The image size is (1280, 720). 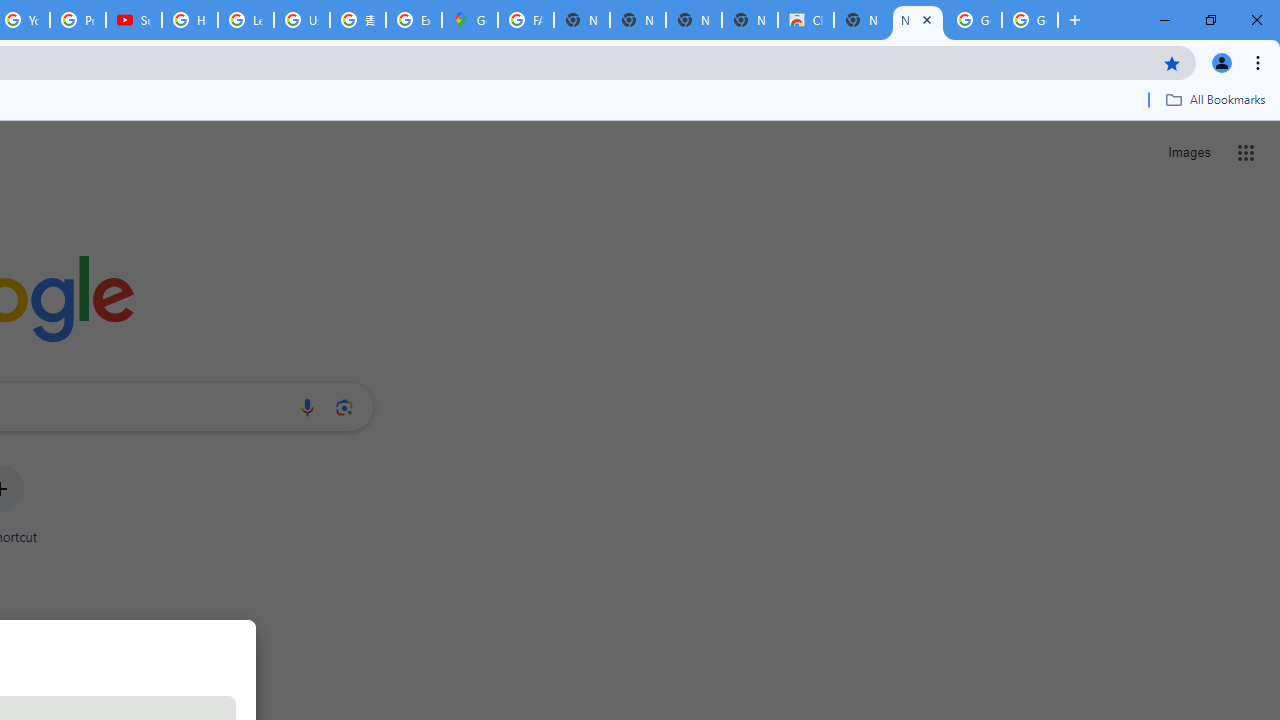 I want to click on 'How Chrome protects your passwords - Google Chrome Help', so click(x=190, y=20).